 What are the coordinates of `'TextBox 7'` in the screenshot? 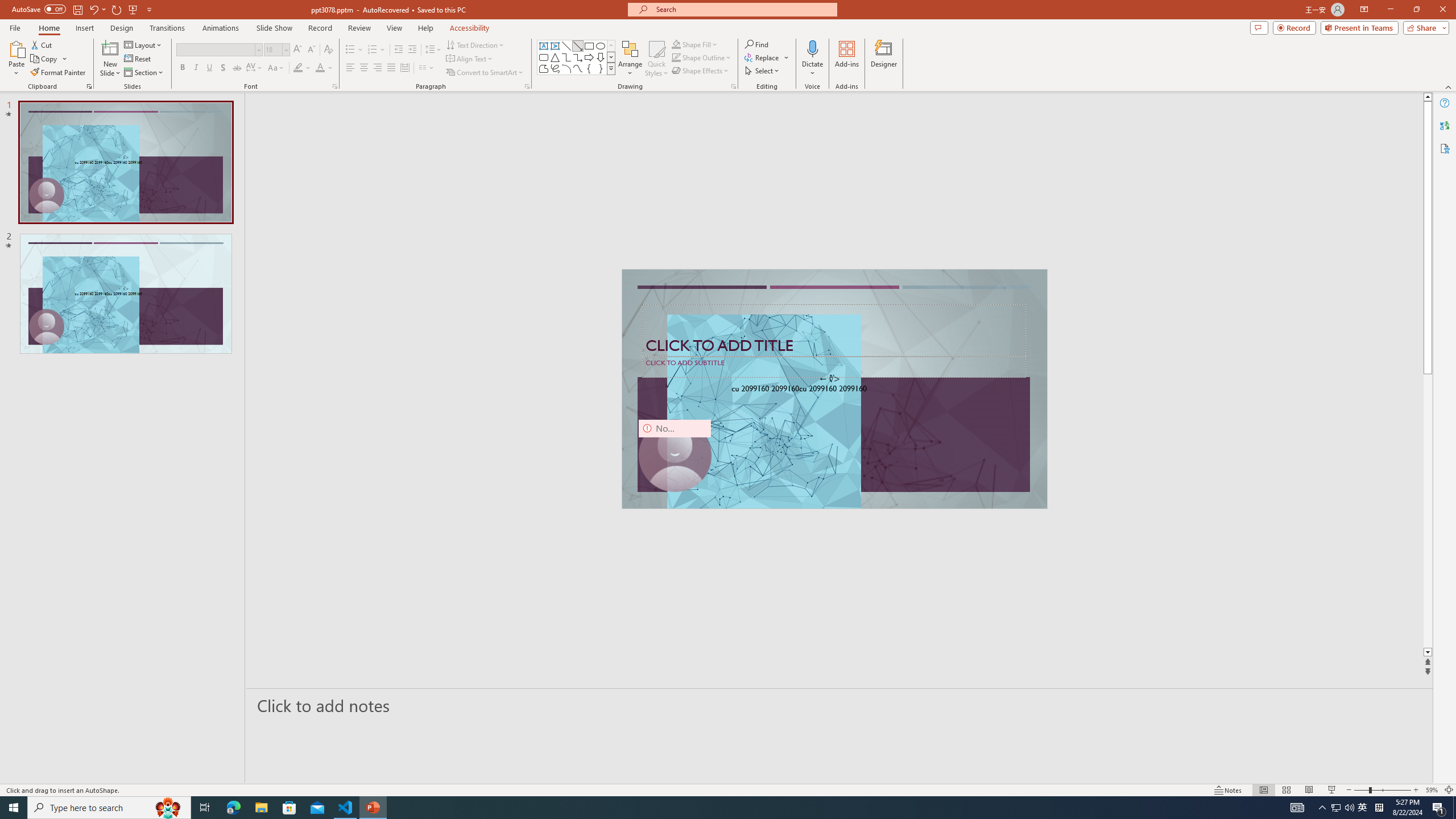 It's located at (830, 379).